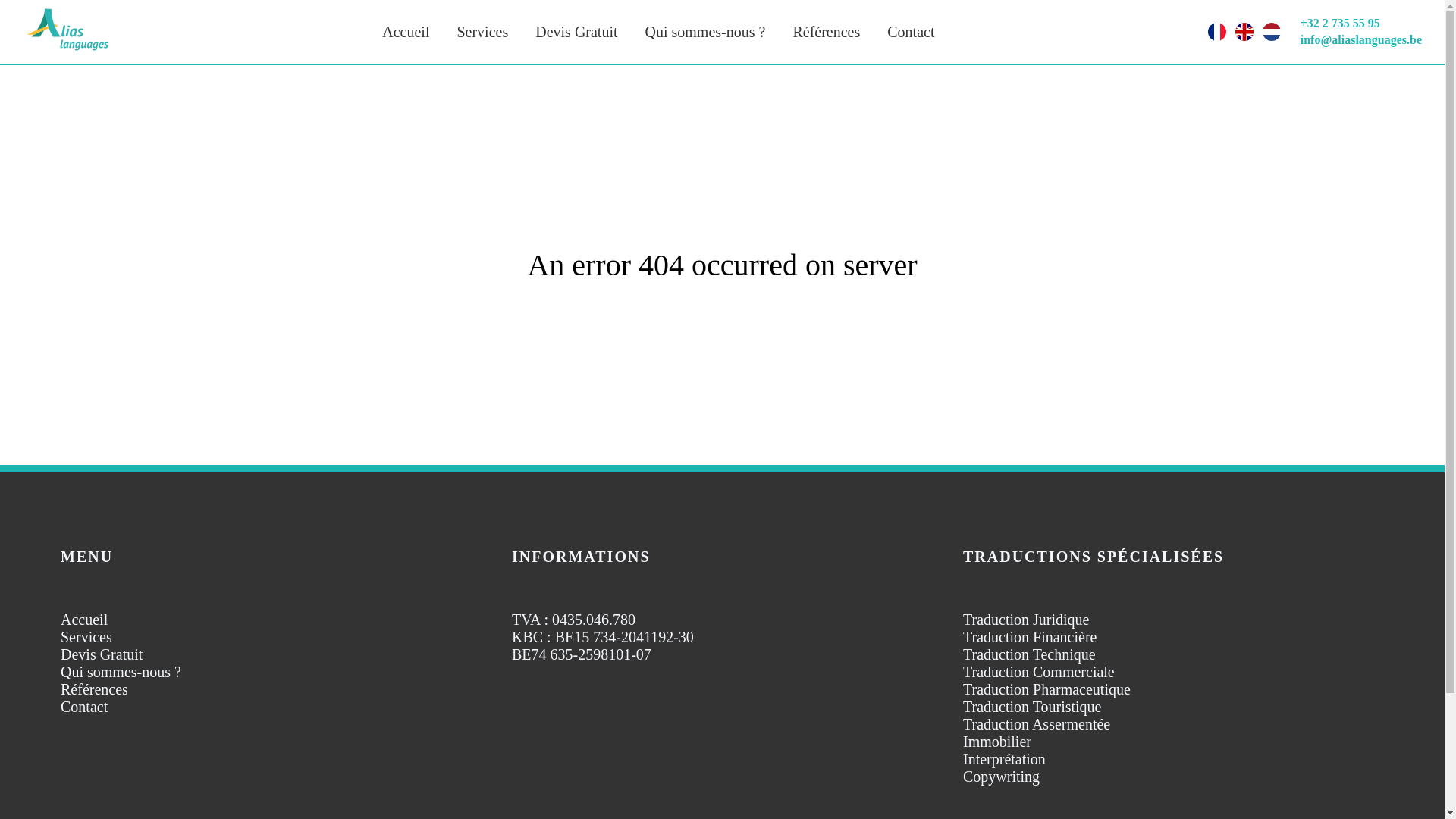  Describe the element at coordinates (1361, 39) in the screenshot. I see `'info@aliaslanguages.be'` at that location.